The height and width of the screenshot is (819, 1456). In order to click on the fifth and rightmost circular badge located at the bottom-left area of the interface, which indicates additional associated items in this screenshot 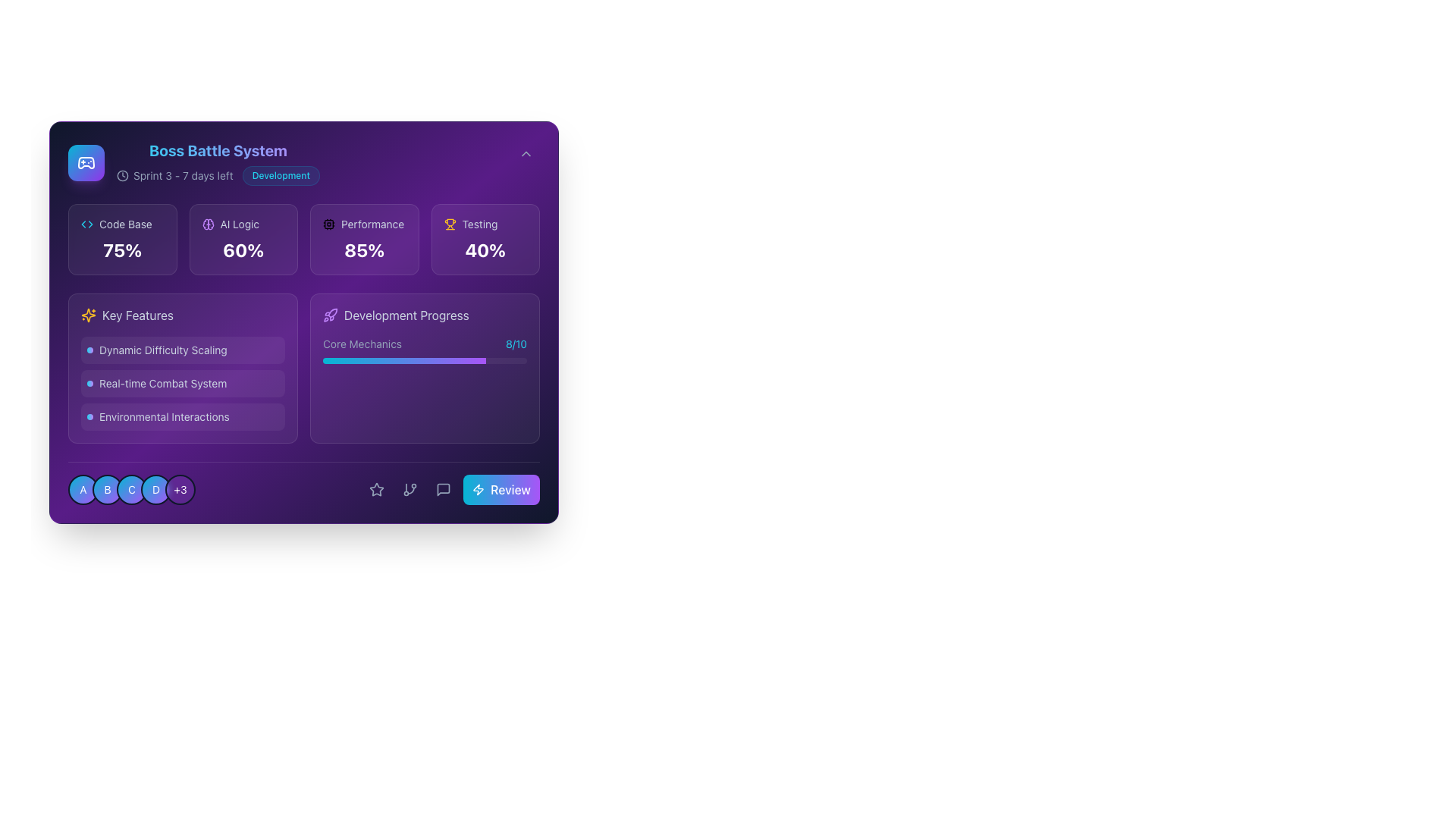, I will do `click(180, 489)`.